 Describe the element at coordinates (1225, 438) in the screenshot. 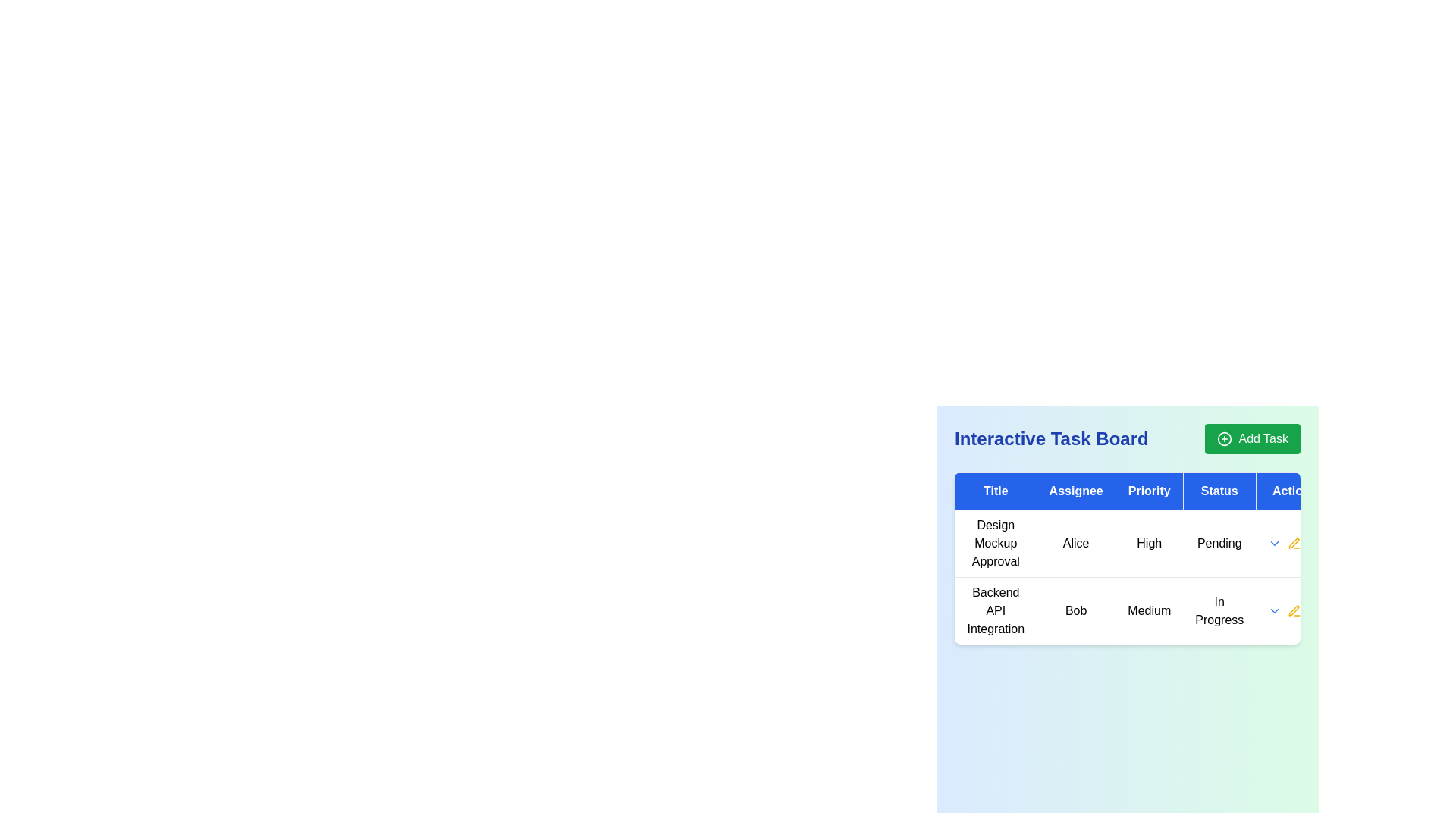

I see `the circular green icon with a white plus sign, located in the top-right corner of the task board interface, adjacent to the 'Add Task' text` at that location.